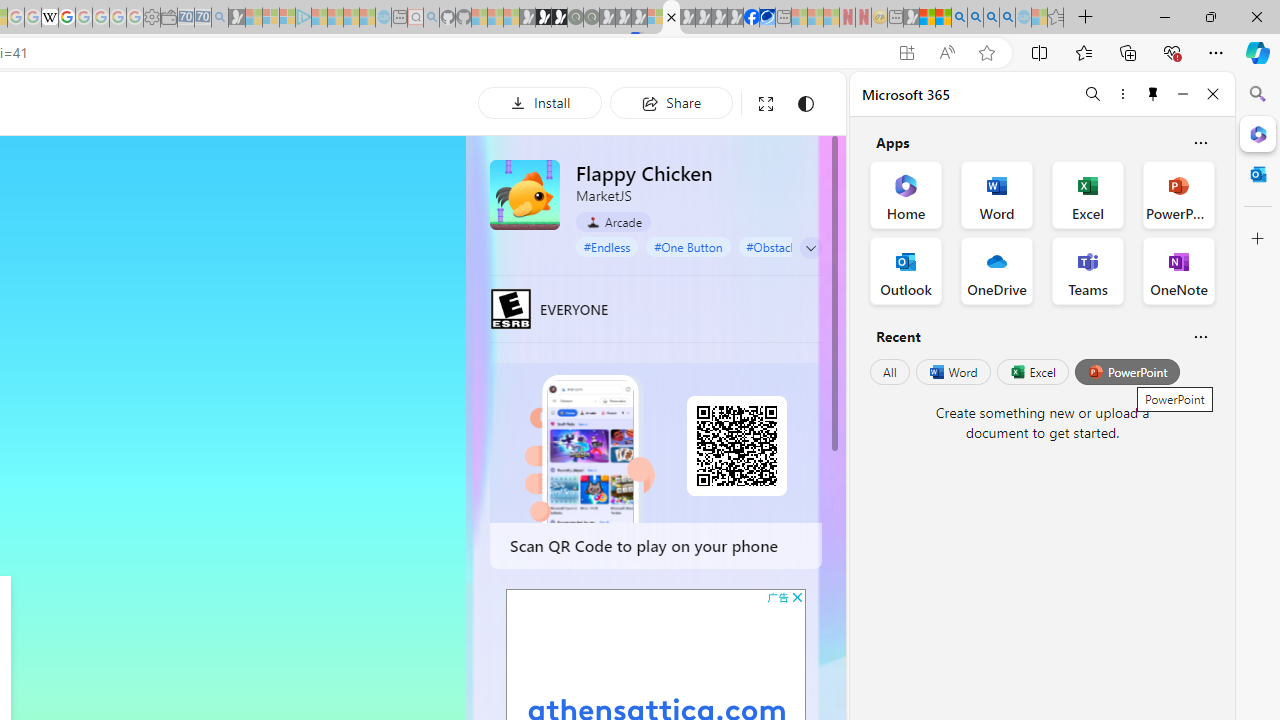 The image size is (1280, 720). Describe the element at coordinates (791, 245) in the screenshot. I see `'#Obstacle Course'` at that location.